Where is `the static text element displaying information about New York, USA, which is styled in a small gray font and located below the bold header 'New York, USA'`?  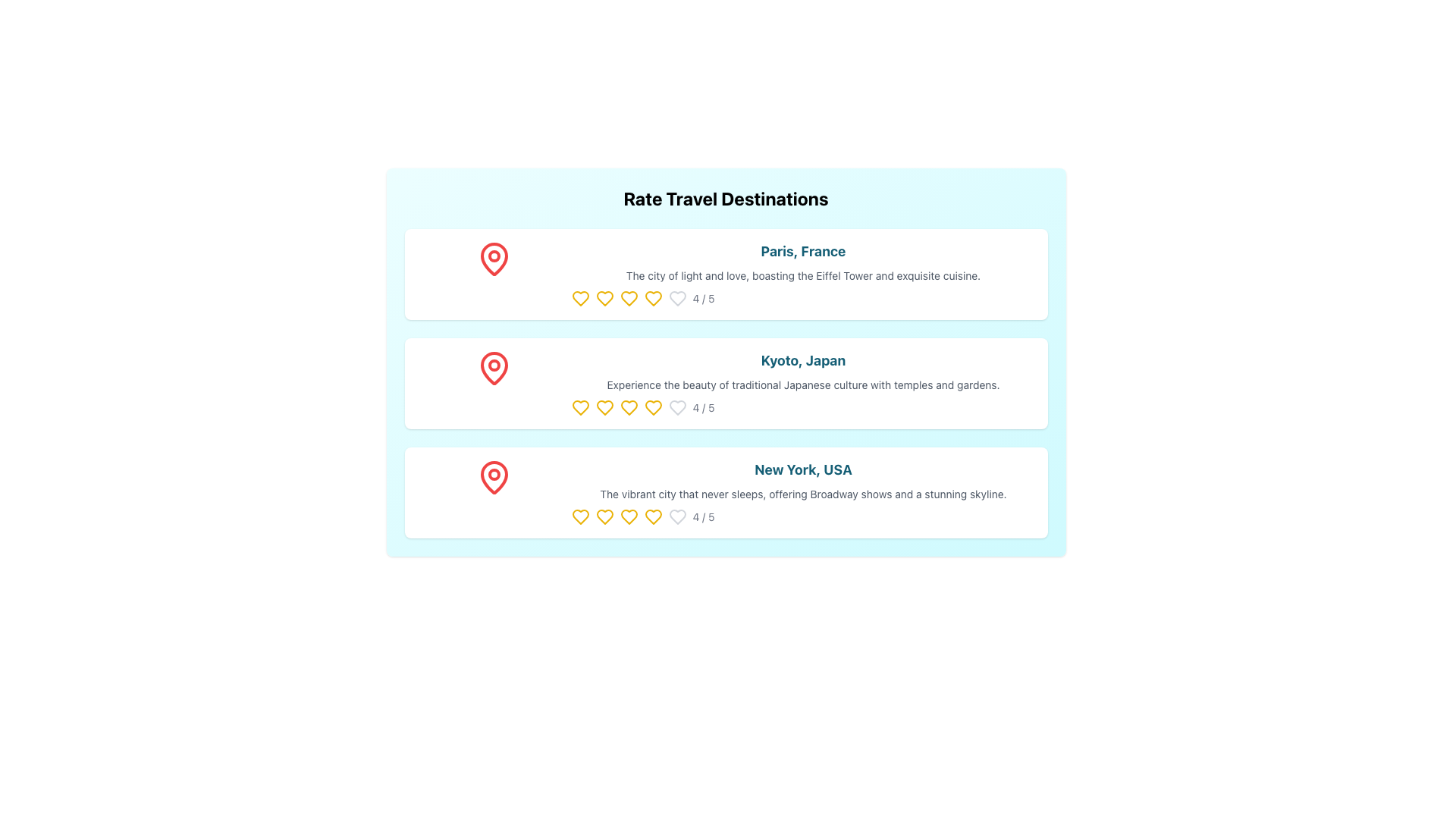 the static text element displaying information about New York, USA, which is styled in a small gray font and located below the bold header 'New York, USA' is located at coordinates (802, 494).